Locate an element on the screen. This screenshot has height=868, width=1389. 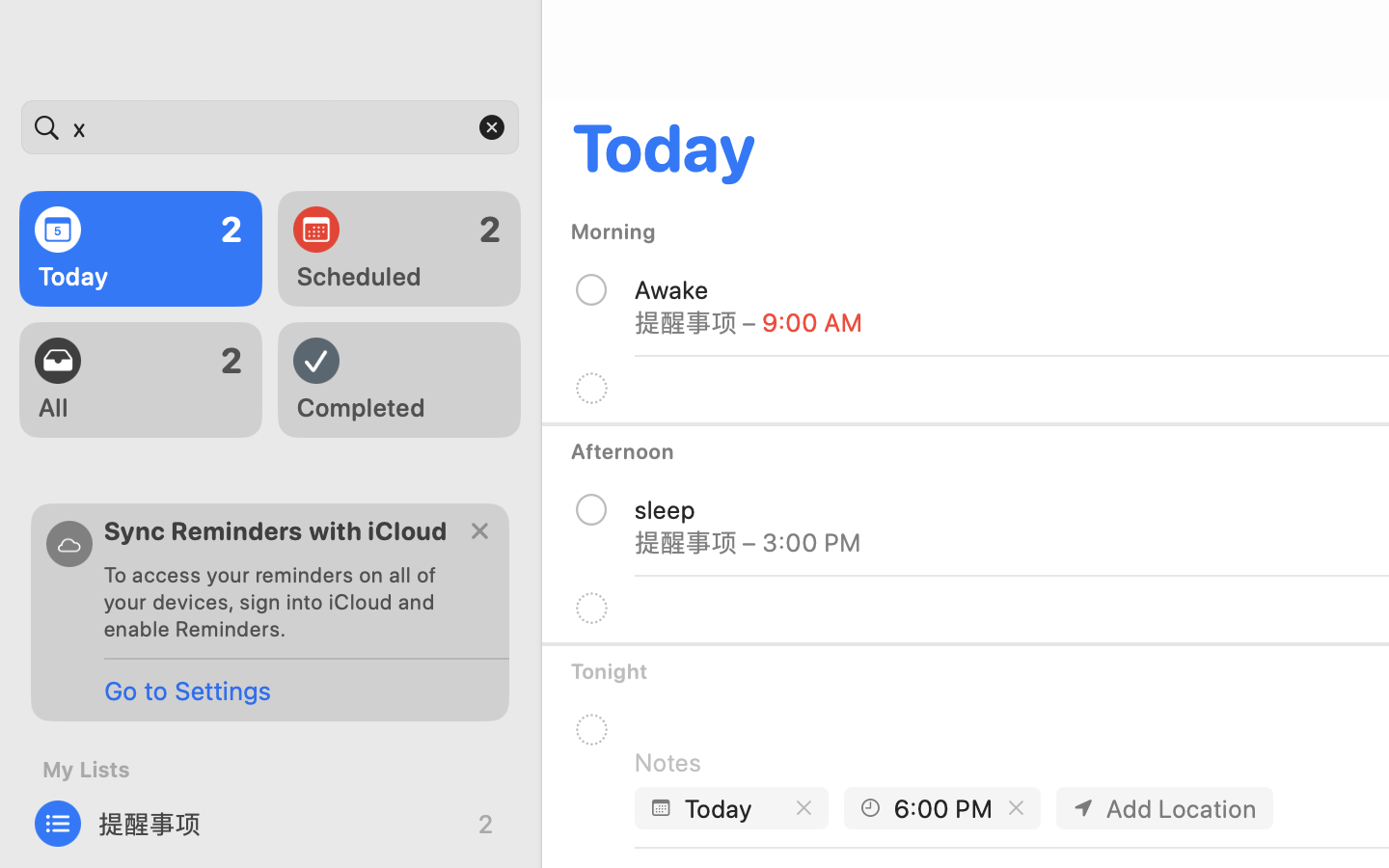
'提醒事项 – 9:00 AM' is located at coordinates (748, 320).